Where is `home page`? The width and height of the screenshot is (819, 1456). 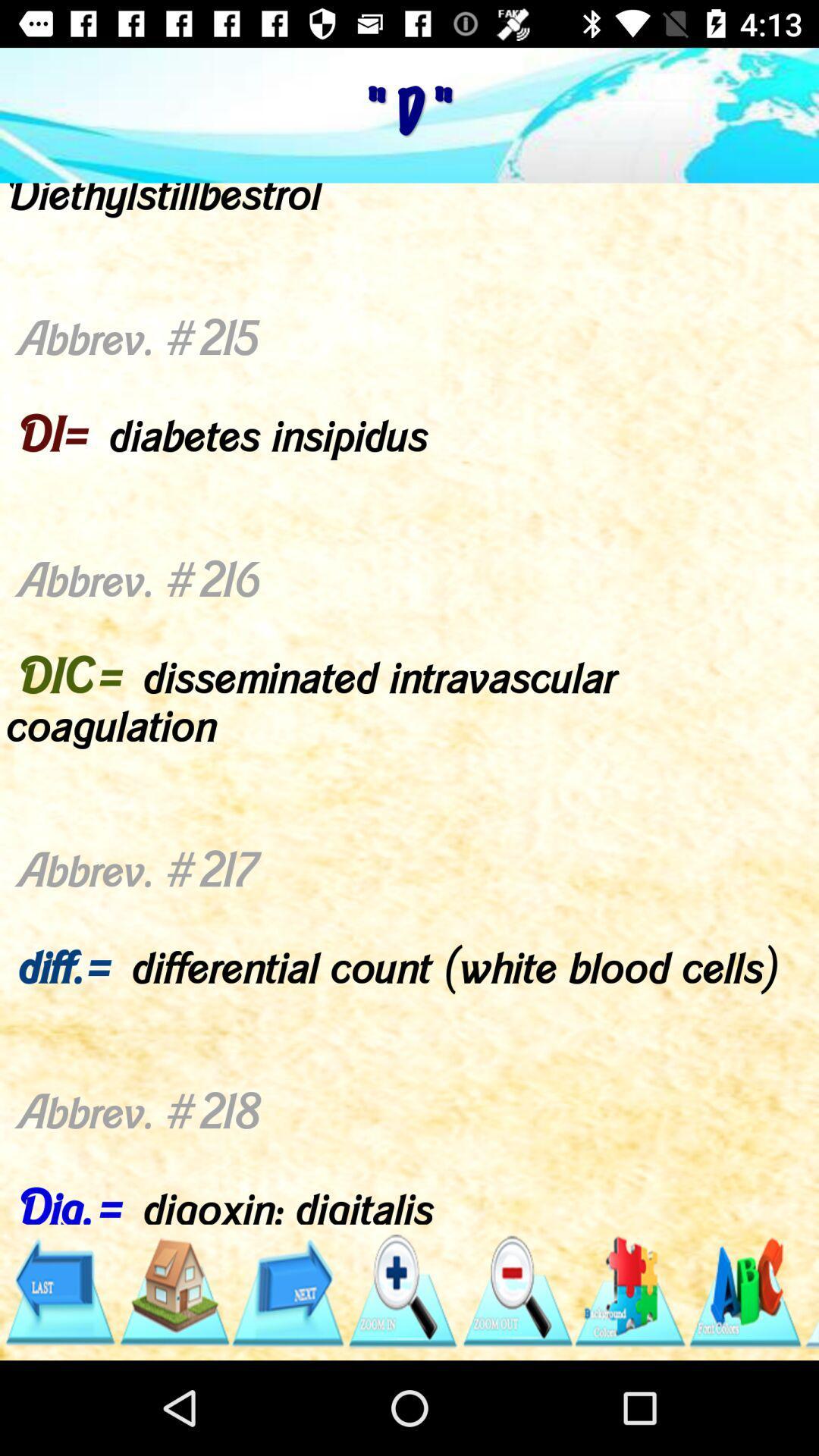 home page is located at coordinates (173, 1291).